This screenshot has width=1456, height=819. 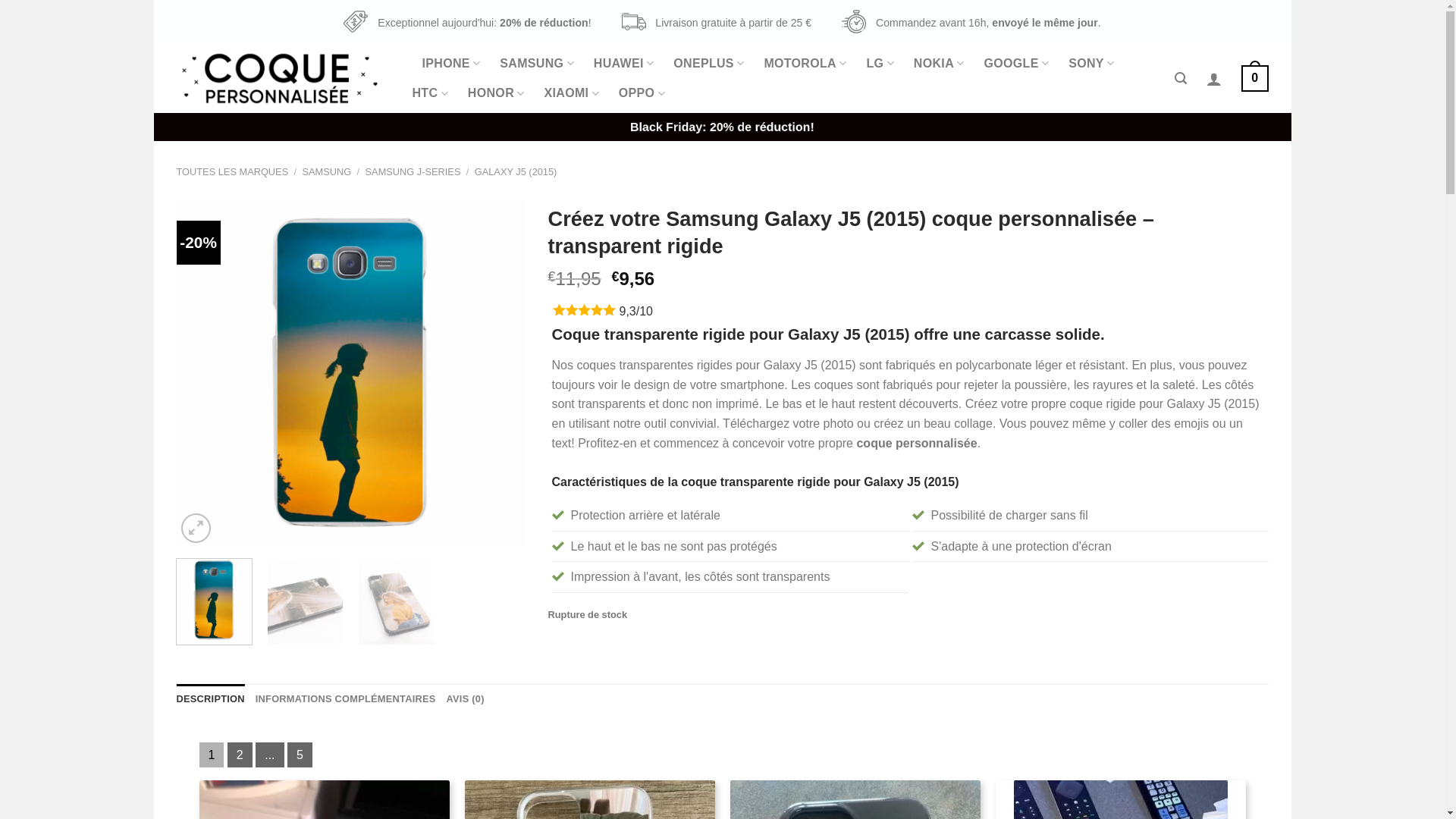 What do you see at coordinates (619, 93) in the screenshot?
I see `'OPPO'` at bounding box center [619, 93].